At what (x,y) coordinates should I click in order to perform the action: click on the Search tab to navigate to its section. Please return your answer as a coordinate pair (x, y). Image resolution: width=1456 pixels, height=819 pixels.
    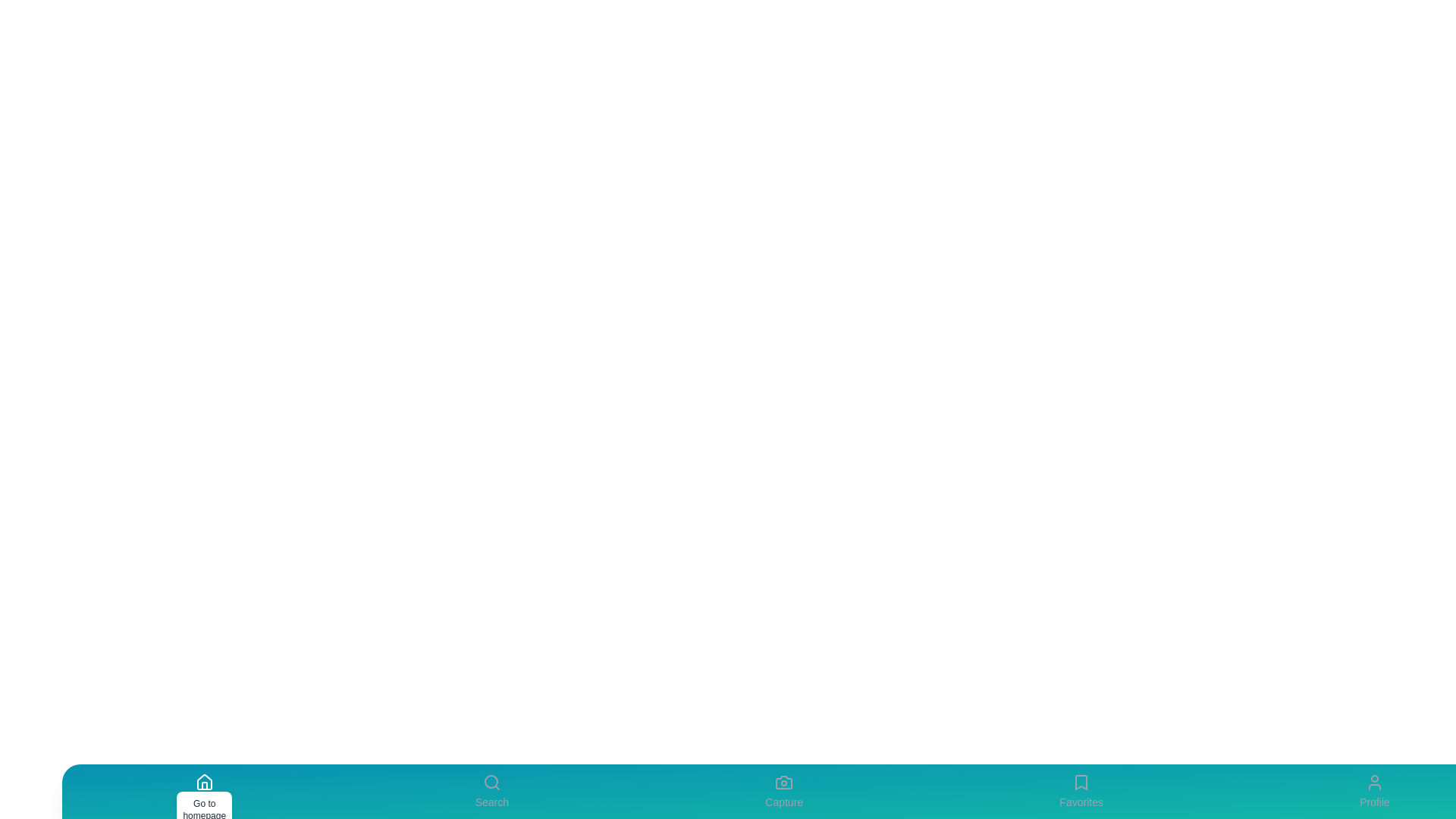
    Looking at the image, I should click on (491, 791).